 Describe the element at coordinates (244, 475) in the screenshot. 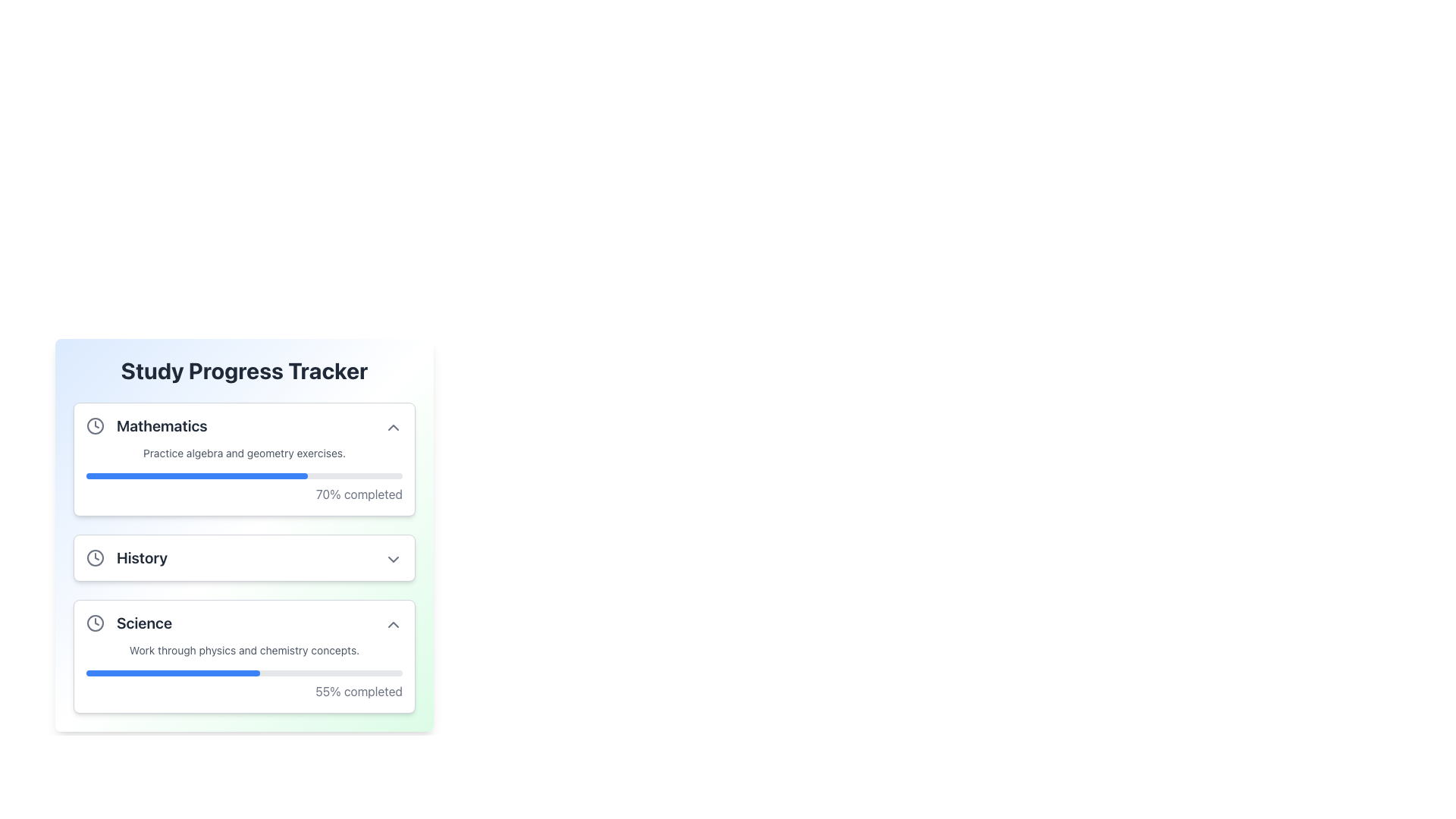

I see `the horizontal progress bar with a gray background and a blue filled section, which is located in the 'Mathematics' section of the 'Study Progress Tracker', positioned below the title 'Practice algebra and geometry exercises.' and above '70% completed'` at that location.